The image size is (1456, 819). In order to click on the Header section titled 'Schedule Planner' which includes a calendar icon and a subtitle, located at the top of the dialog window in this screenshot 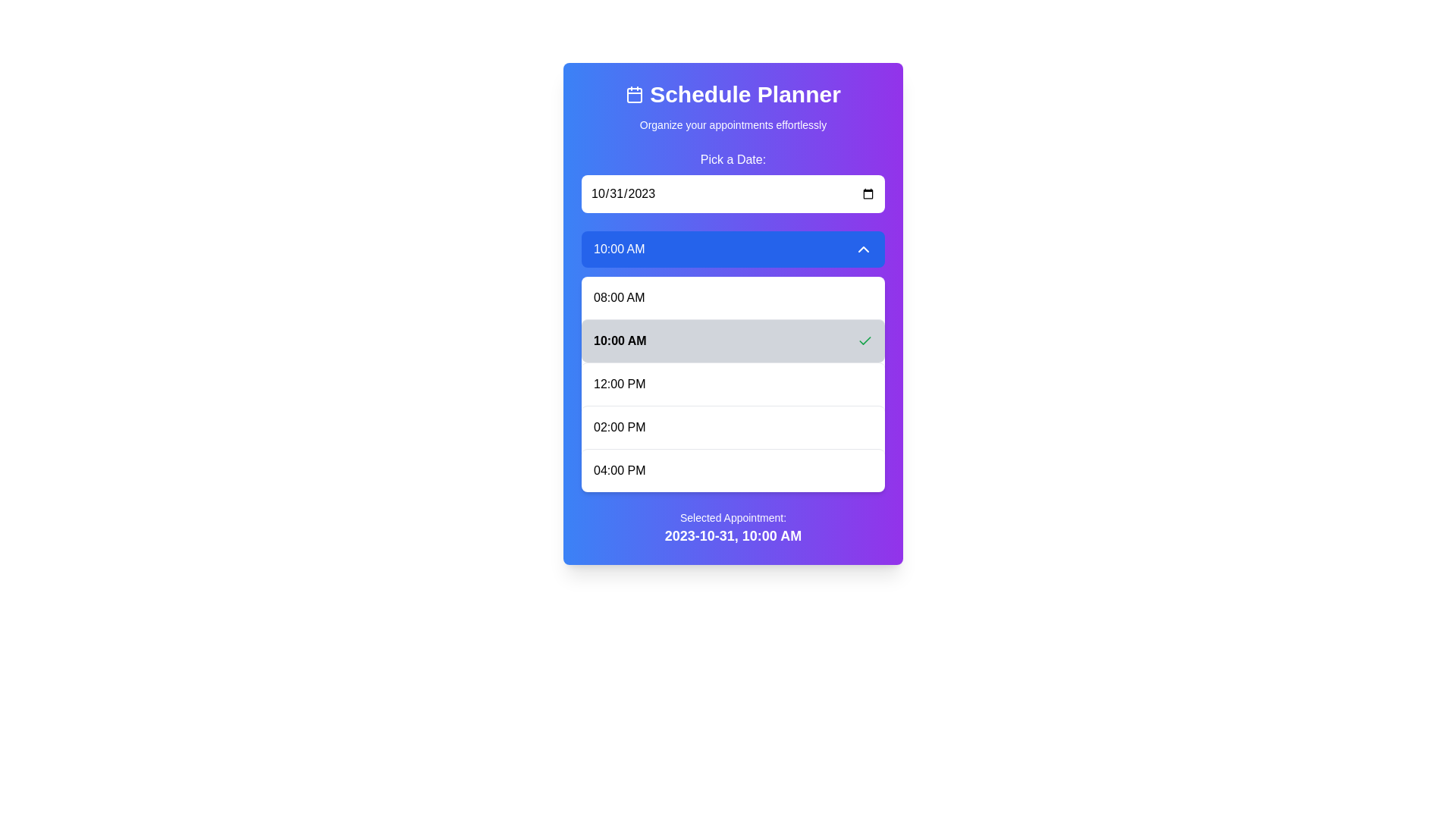, I will do `click(733, 106)`.